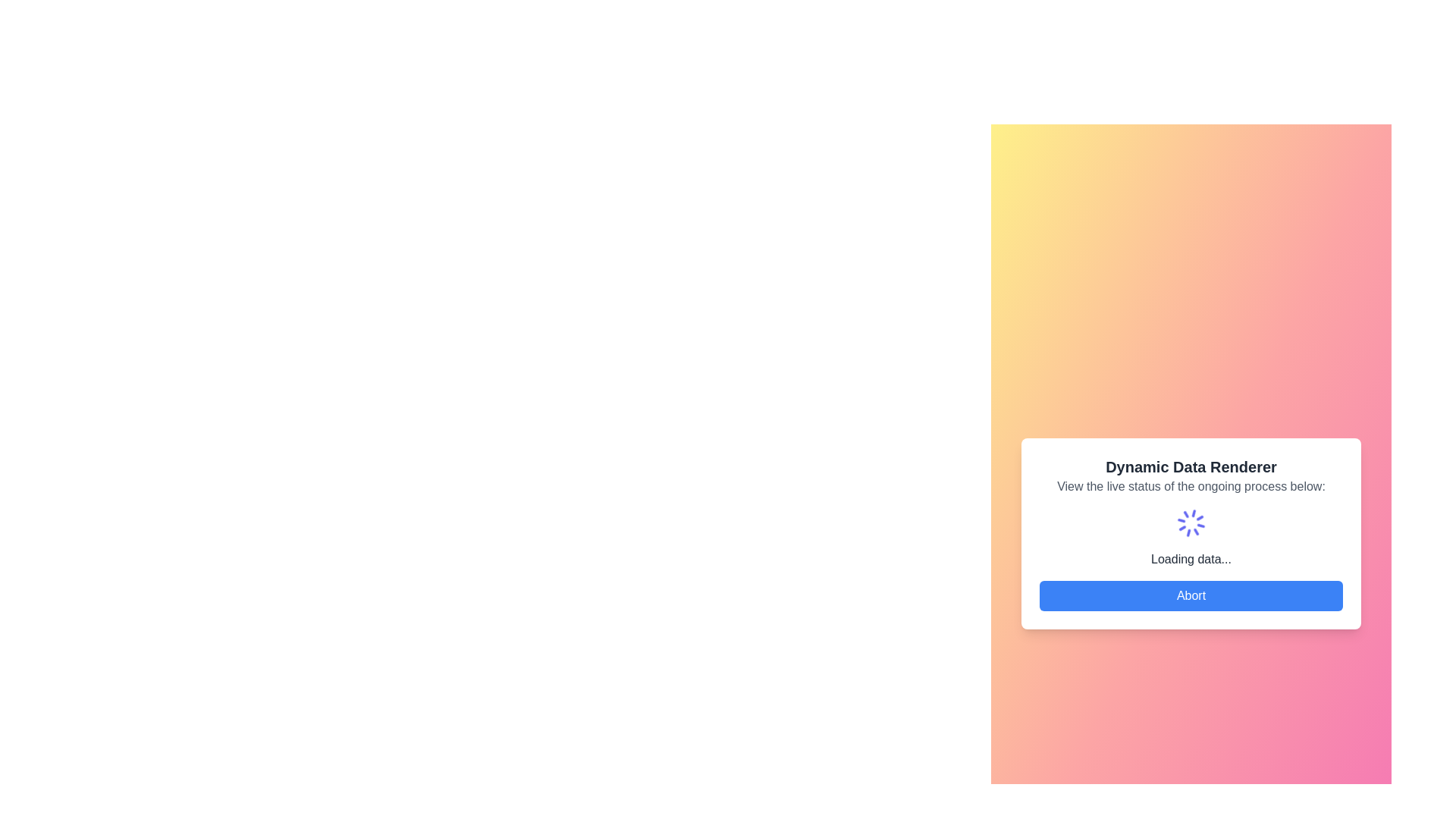  I want to click on the static text label reading 'View the live status of the ongoing process below:', so click(1190, 486).